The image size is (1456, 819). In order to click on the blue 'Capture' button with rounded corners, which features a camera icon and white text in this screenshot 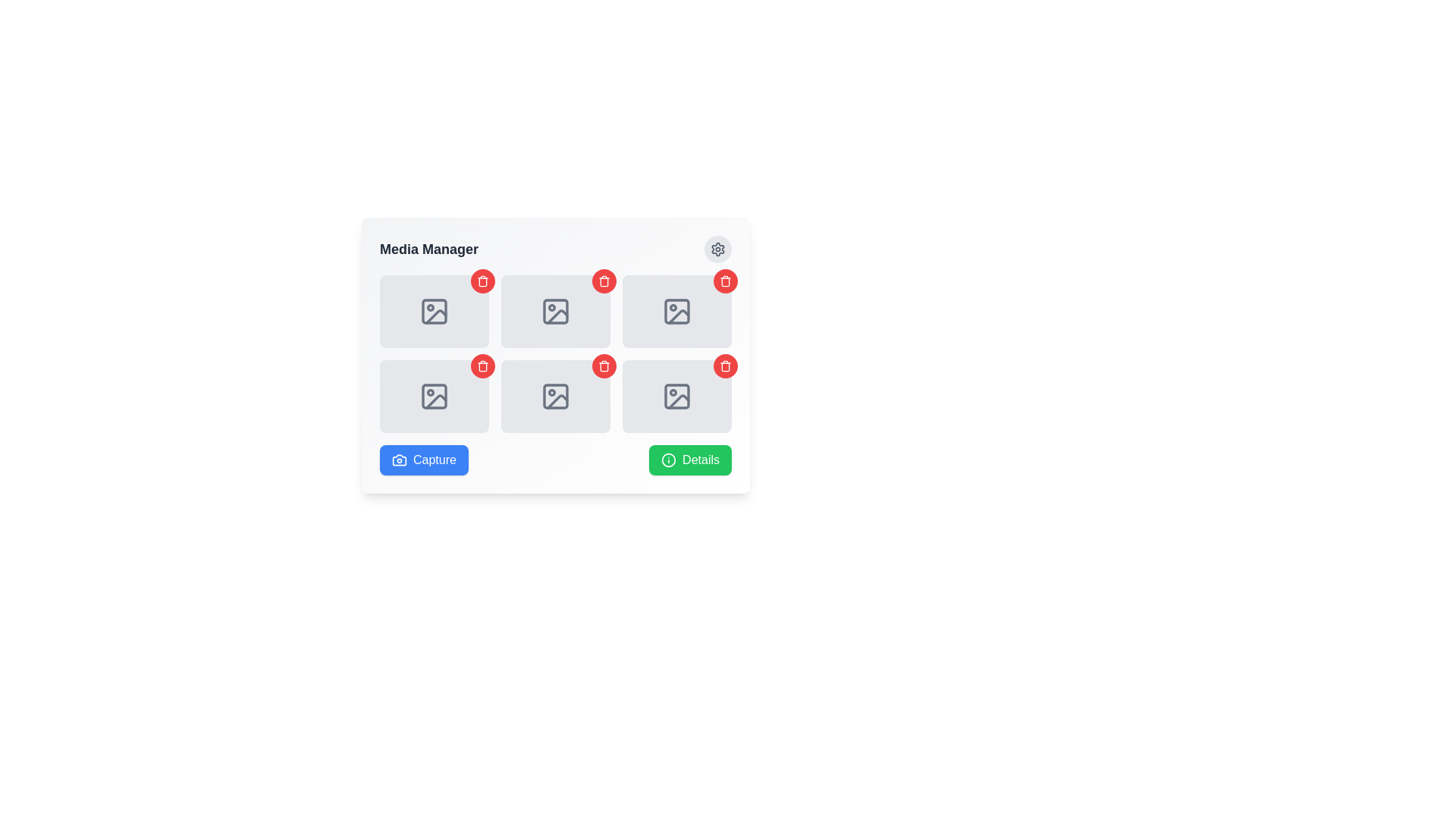, I will do `click(424, 459)`.